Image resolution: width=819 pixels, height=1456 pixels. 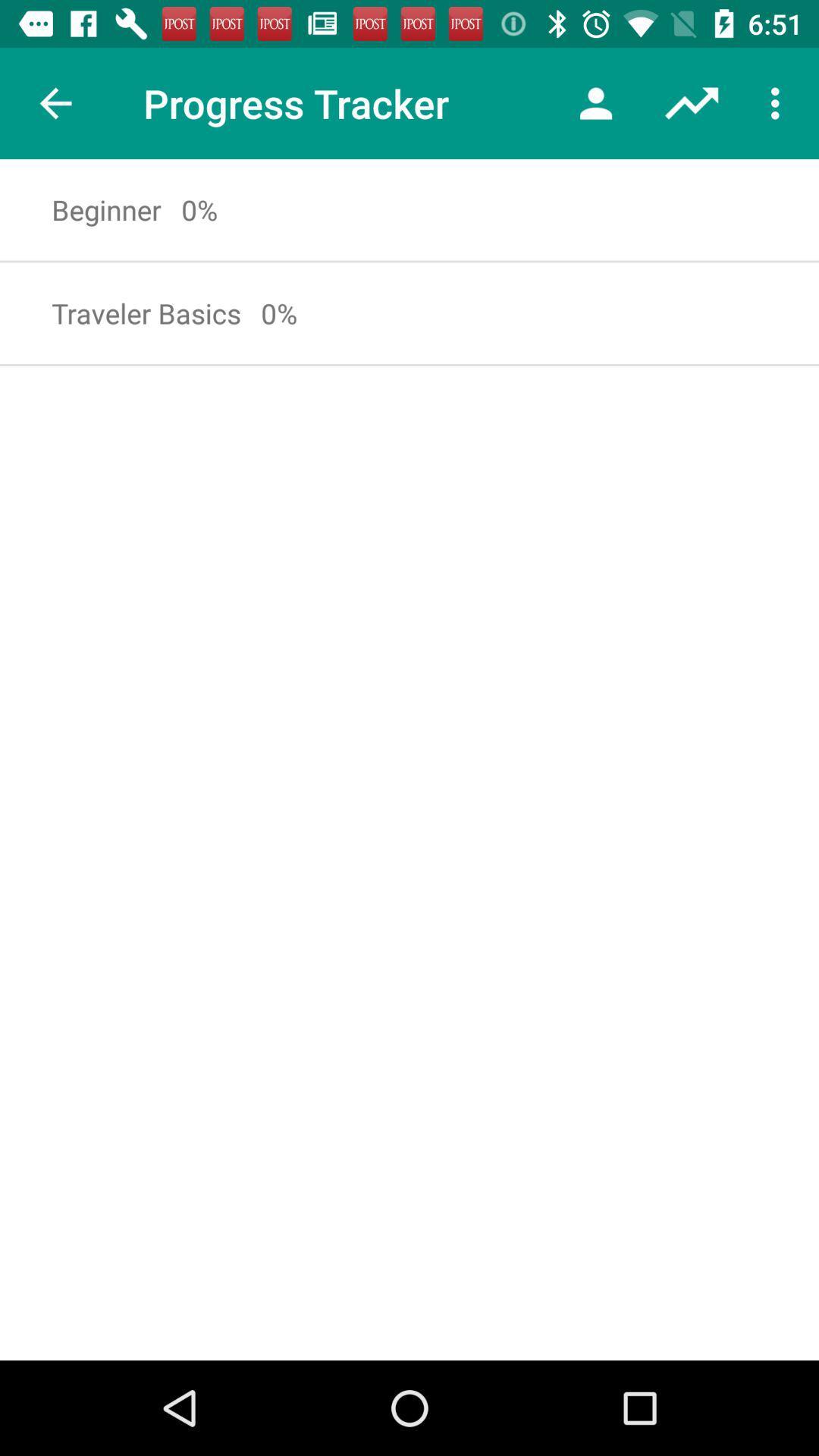 What do you see at coordinates (55, 102) in the screenshot?
I see `item to the left of progress tracker` at bounding box center [55, 102].